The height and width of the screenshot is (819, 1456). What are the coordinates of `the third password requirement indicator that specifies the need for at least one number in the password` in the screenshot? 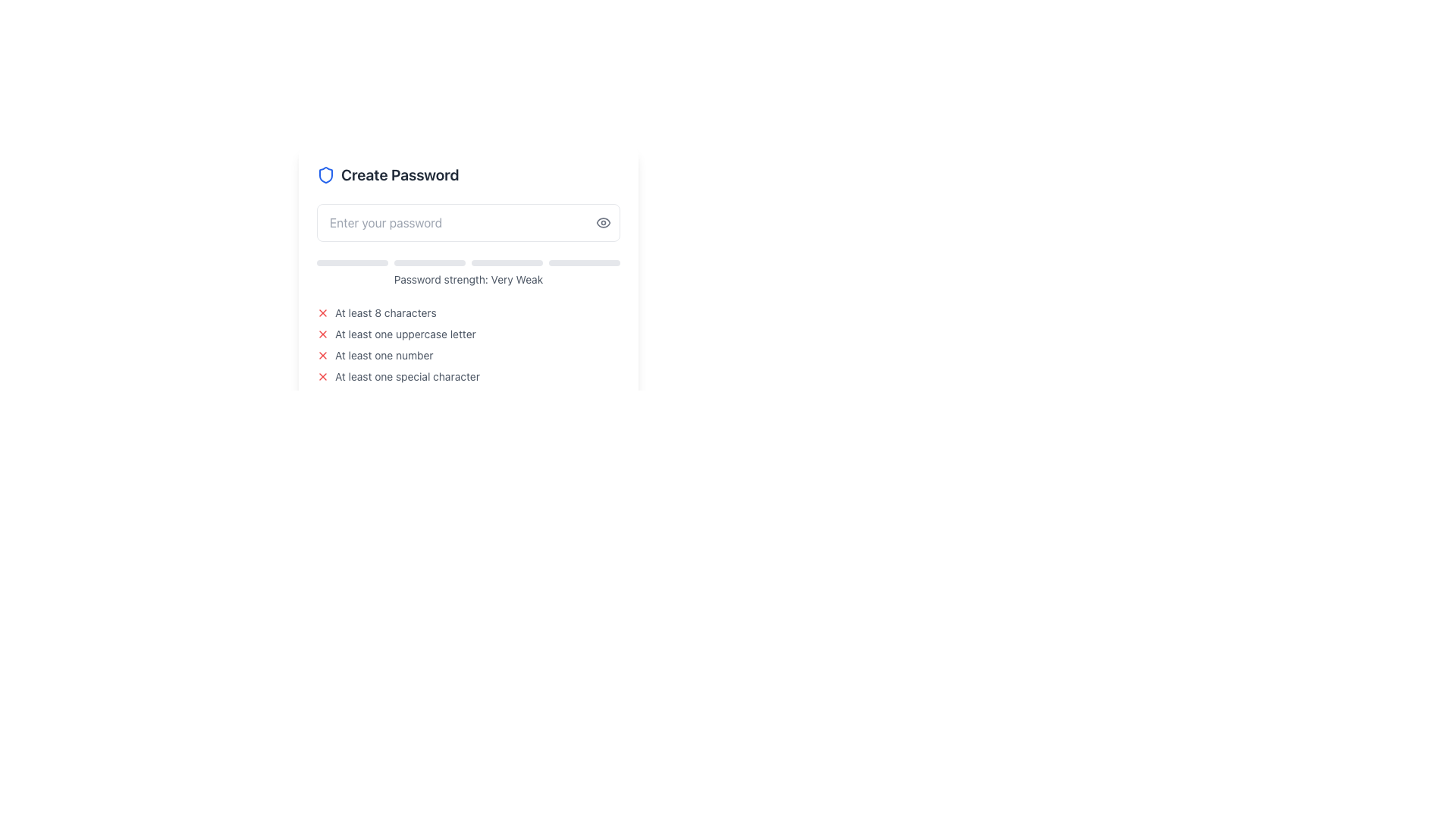 It's located at (468, 356).